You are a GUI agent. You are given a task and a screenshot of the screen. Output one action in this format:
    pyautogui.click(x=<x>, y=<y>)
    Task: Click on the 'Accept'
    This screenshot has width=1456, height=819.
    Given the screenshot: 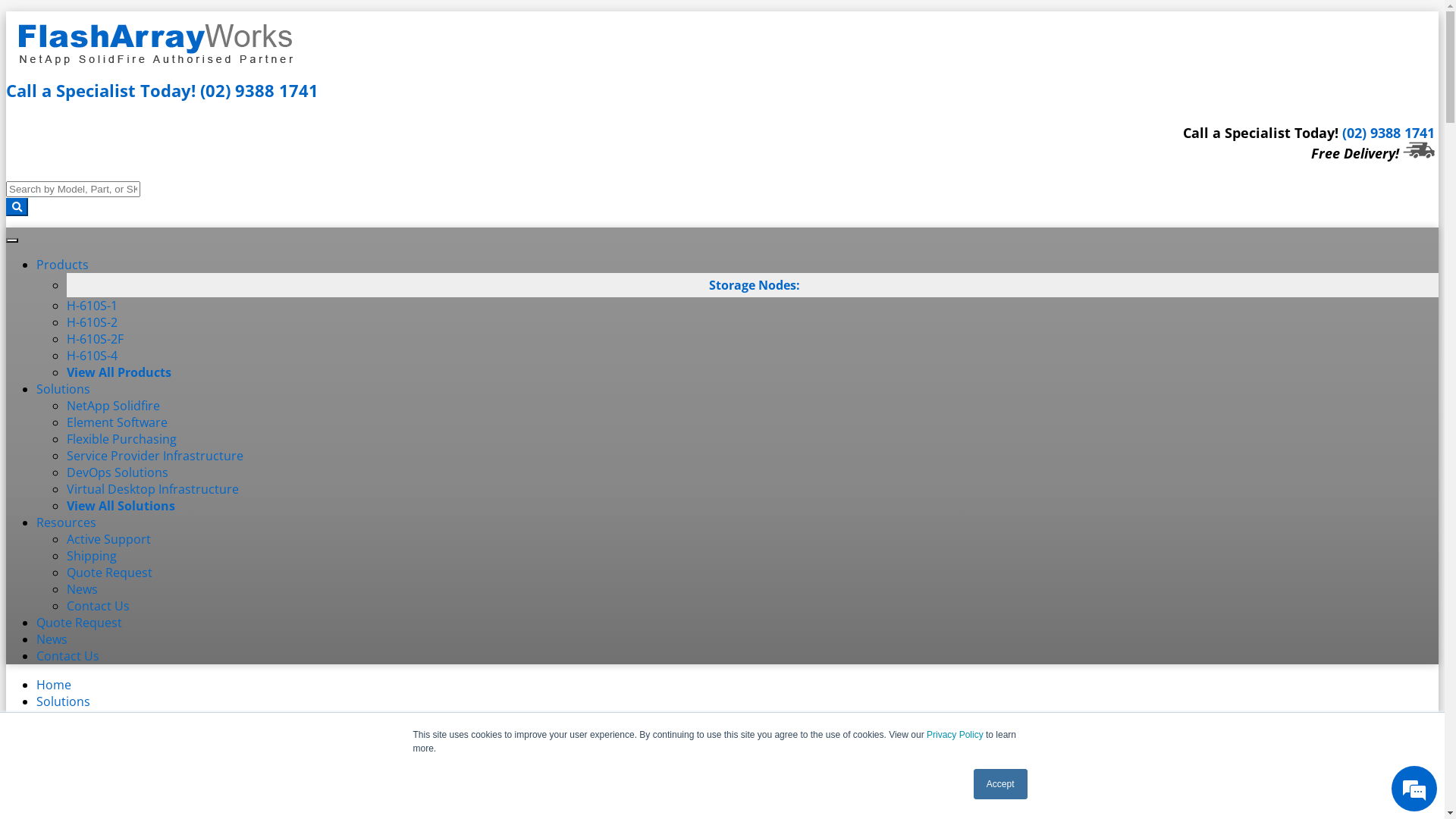 What is the action you would take?
    pyautogui.click(x=1000, y=783)
    